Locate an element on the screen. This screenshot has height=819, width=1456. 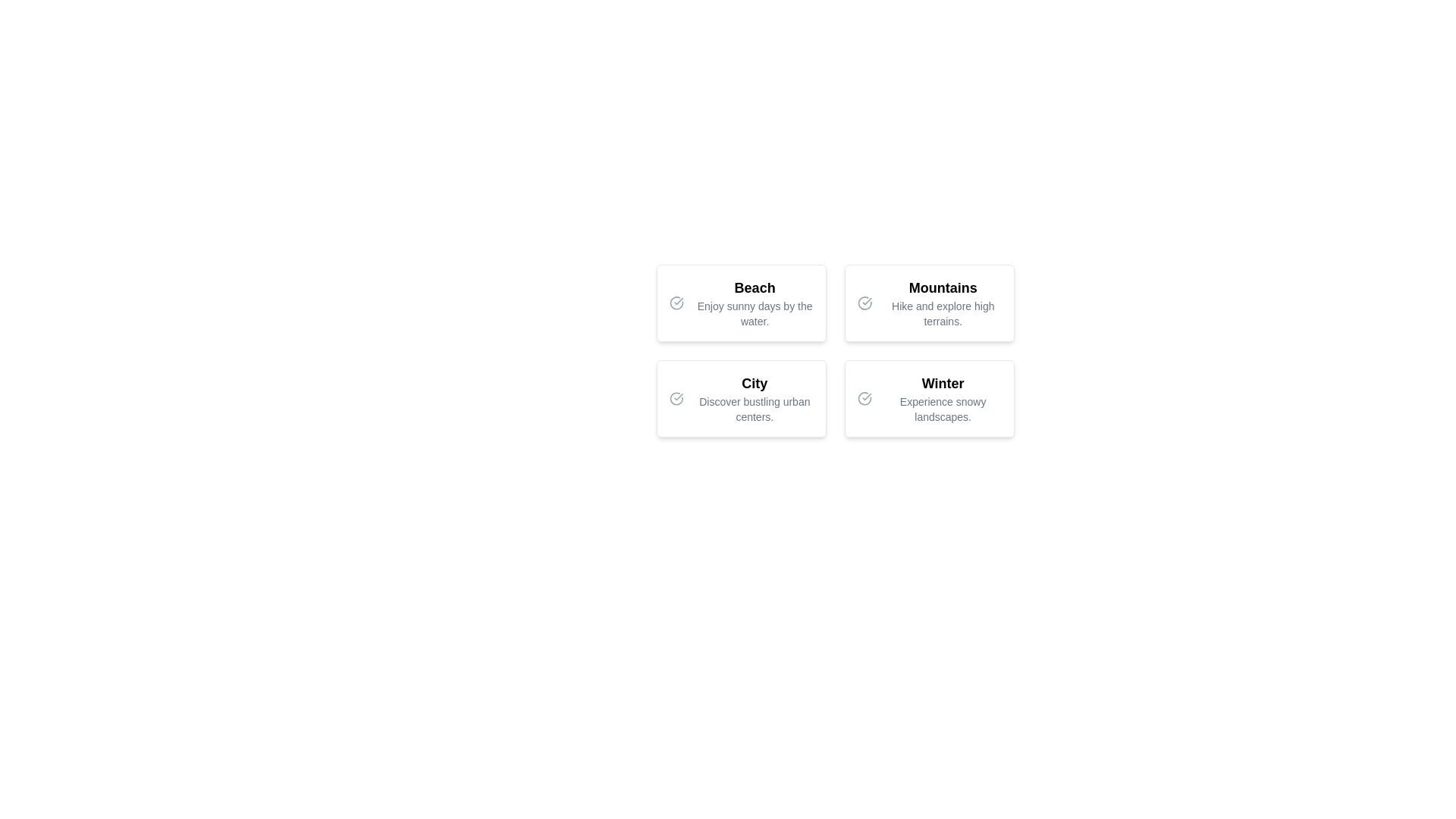
the Text Display element that describes options related to 'Mountains', located in the top right corner of a card layout is located at coordinates (942, 303).